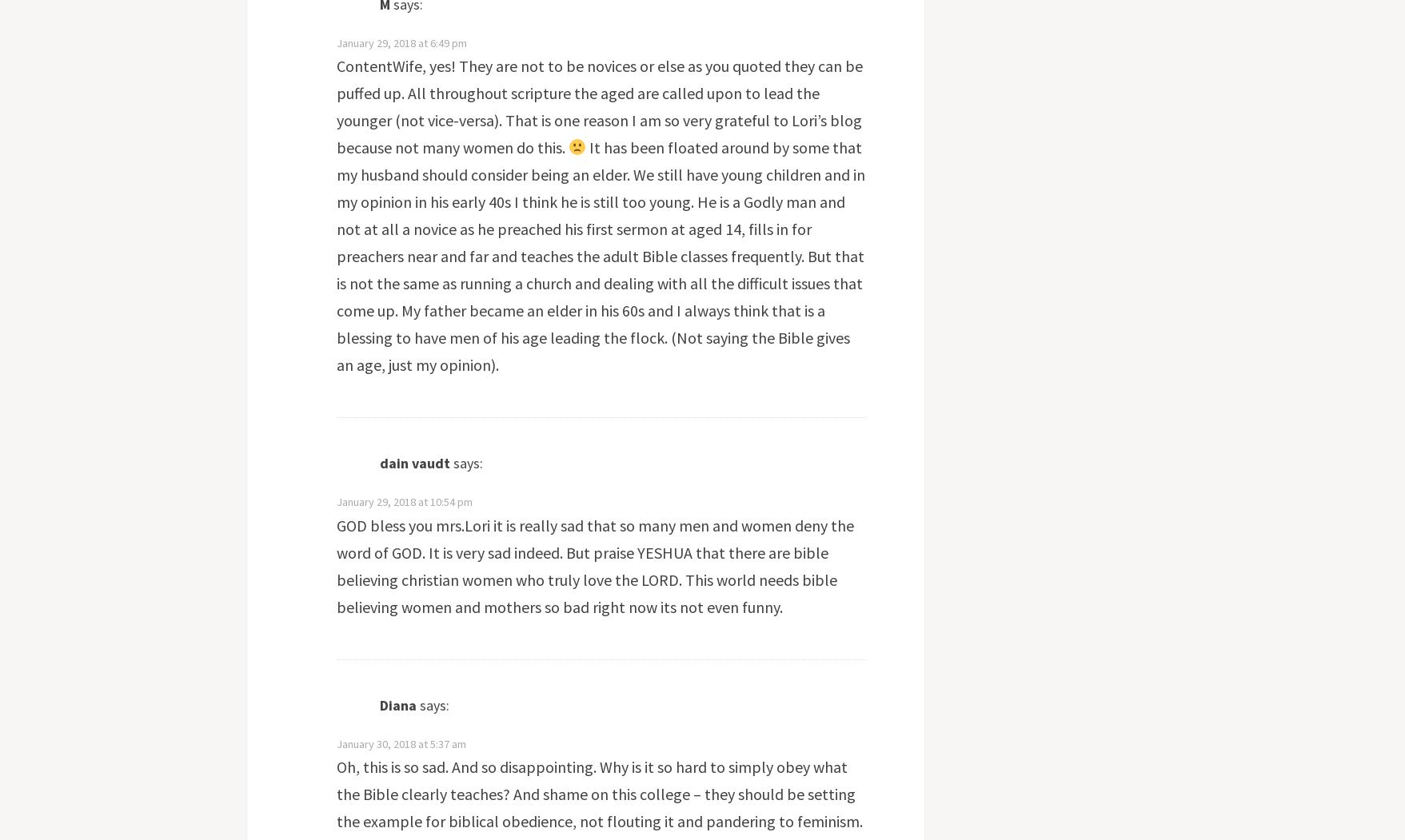  Describe the element at coordinates (593, 564) in the screenshot. I see `'GOD bless you mrs.Lori it is really sad that so many men and women deny the word of GOD. It is very sad indeed. But praise YESHUA that there are bible believing christian women who truly love the LORD.  This world needs bible believing women and mothers so bad right now its not even funny.'` at that location.